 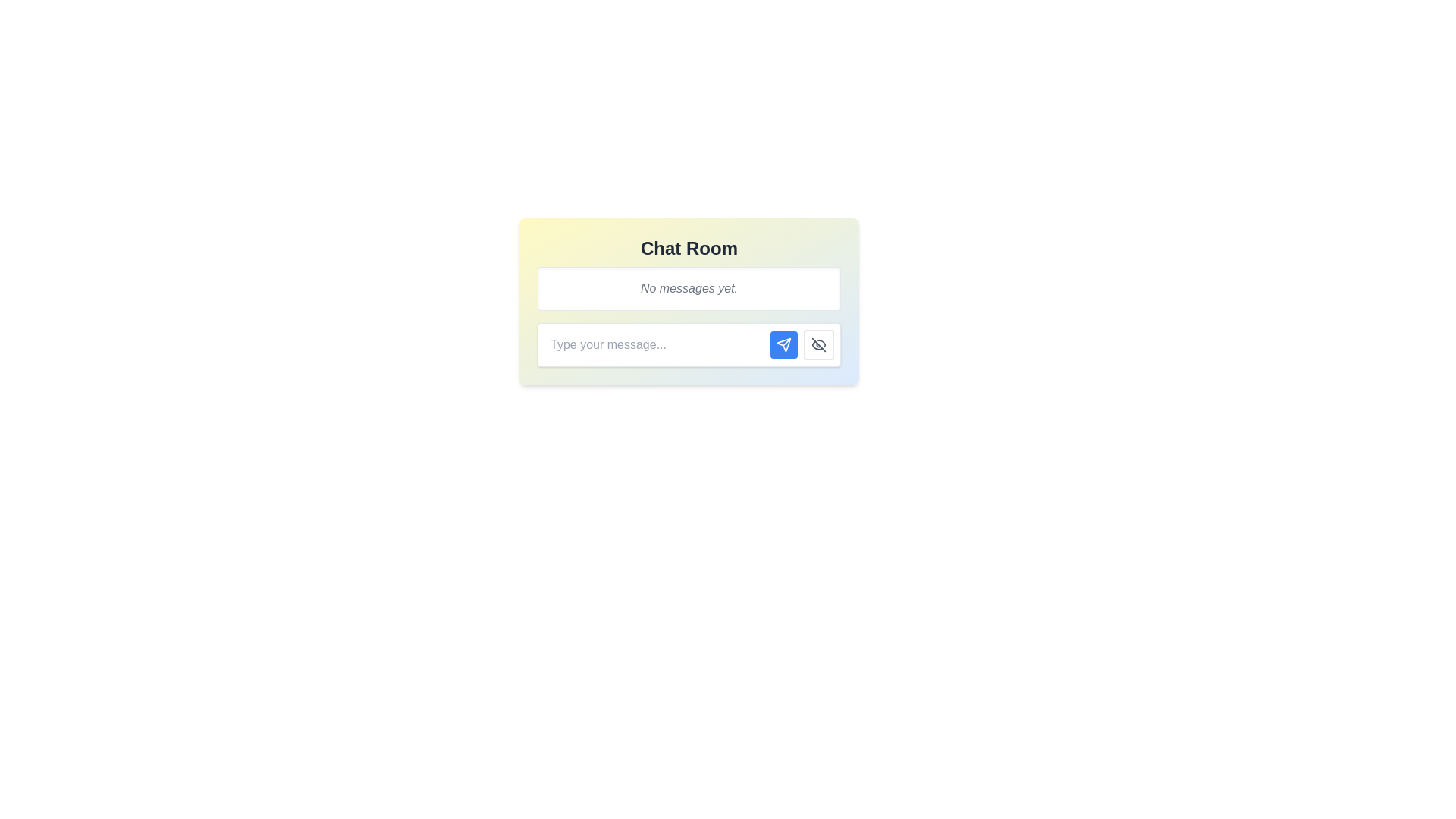 I want to click on the icon button, so click(x=818, y=345).